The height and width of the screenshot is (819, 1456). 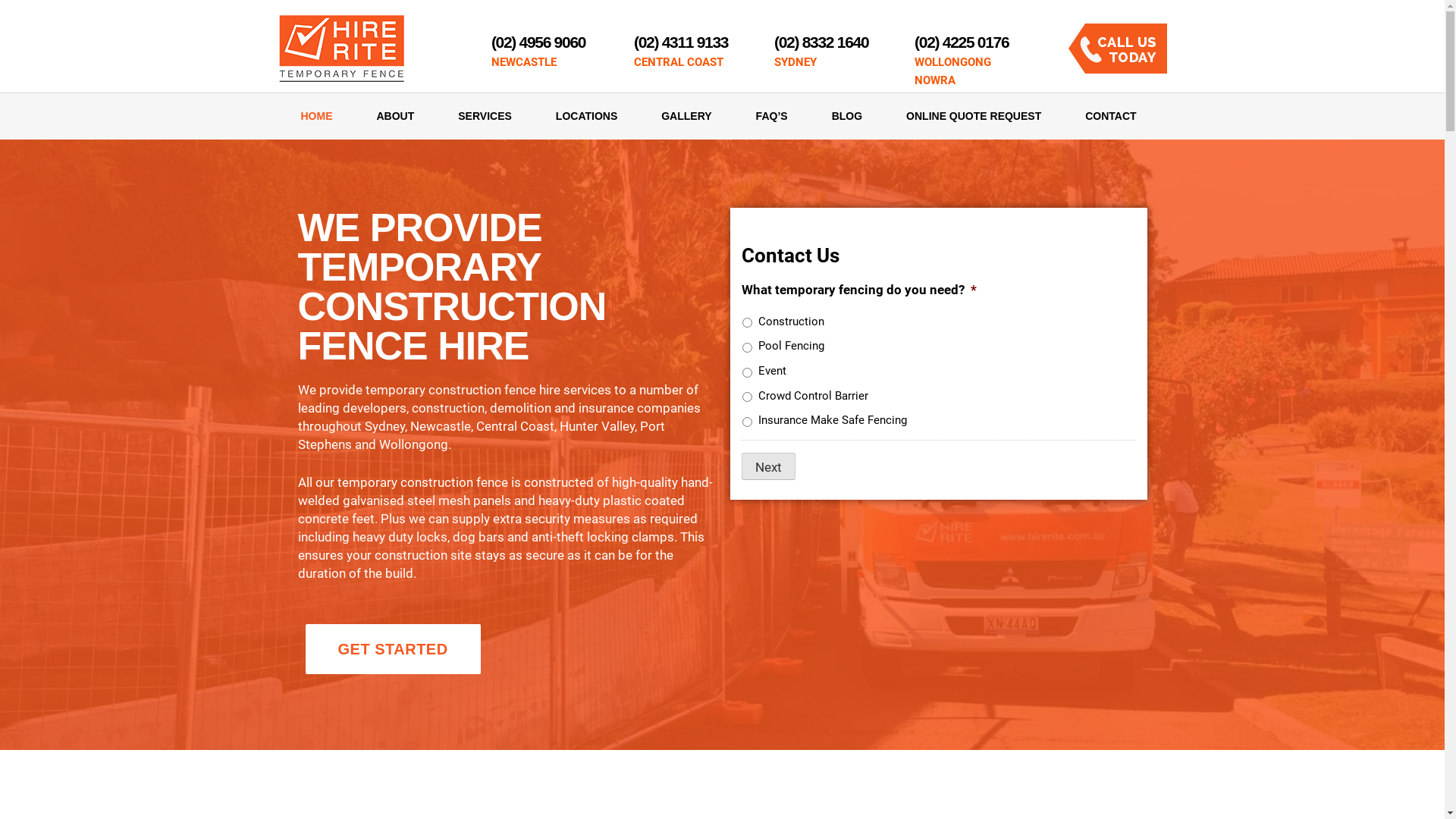 What do you see at coordinates (686, 115) in the screenshot?
I see `'GALLERY'` at bounding box center [686, 115].